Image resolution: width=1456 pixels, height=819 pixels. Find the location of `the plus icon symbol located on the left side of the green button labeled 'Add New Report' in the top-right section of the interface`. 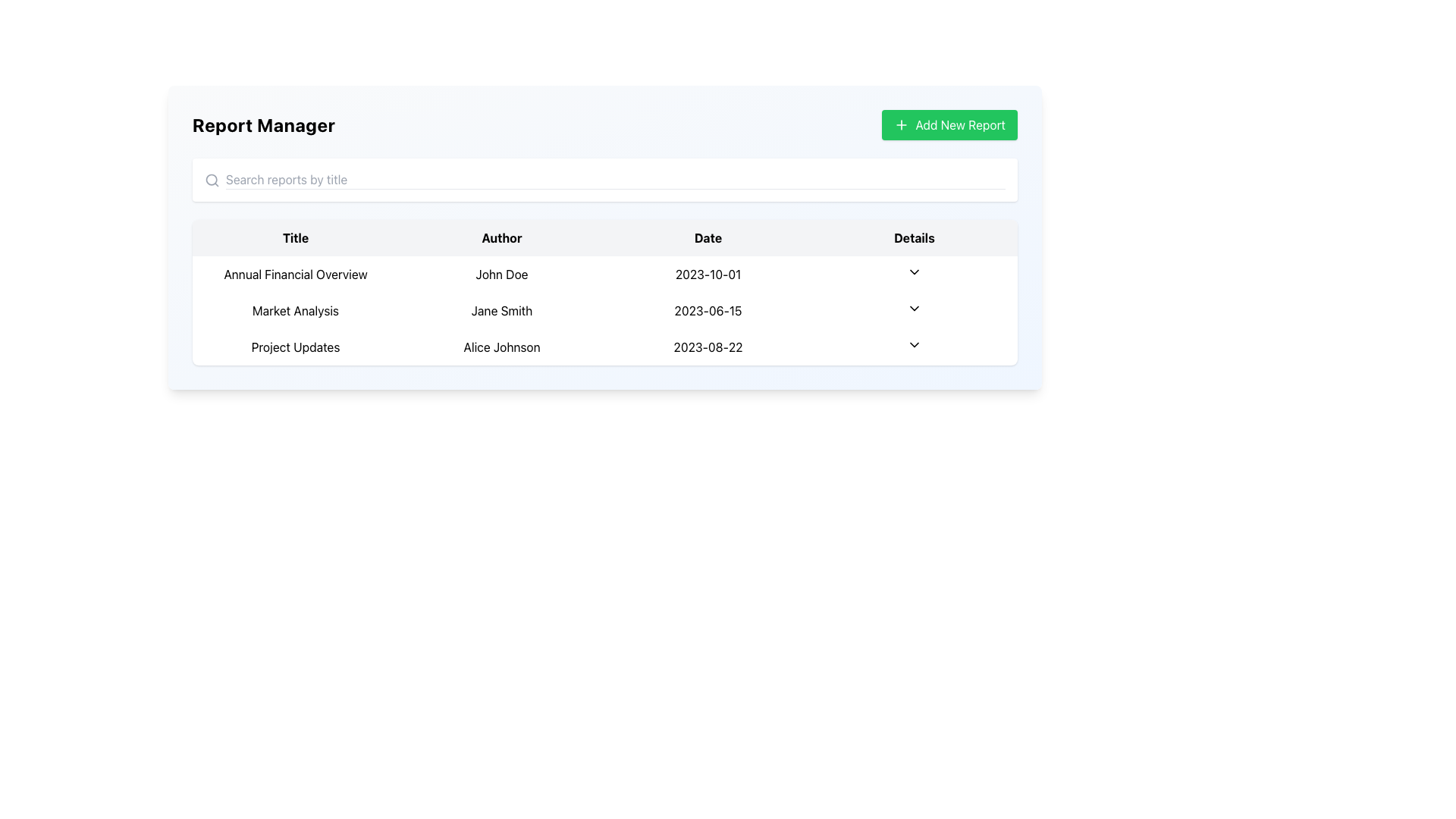

the plus icon symbol located on the left side of the green button labeled 'Add New Report' in the top-right section of the interface is located at coordinates (902, 124).